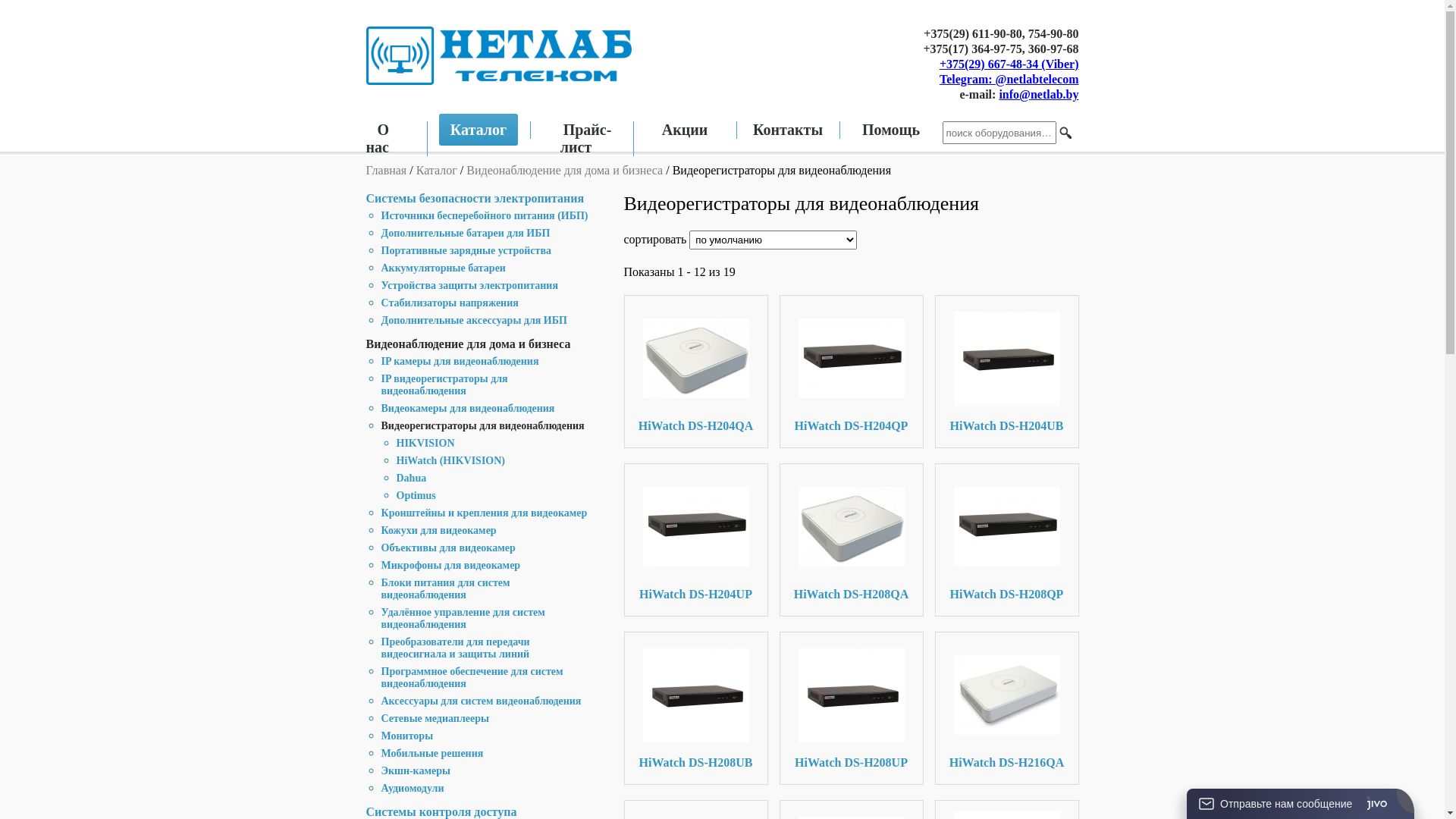 Image resolution: width=1456 pixels, height=819 pixels. What do you see at coordinates (415, 495) in the screenshot?
I see `'Optimus'` at bounding box center [415, 495].